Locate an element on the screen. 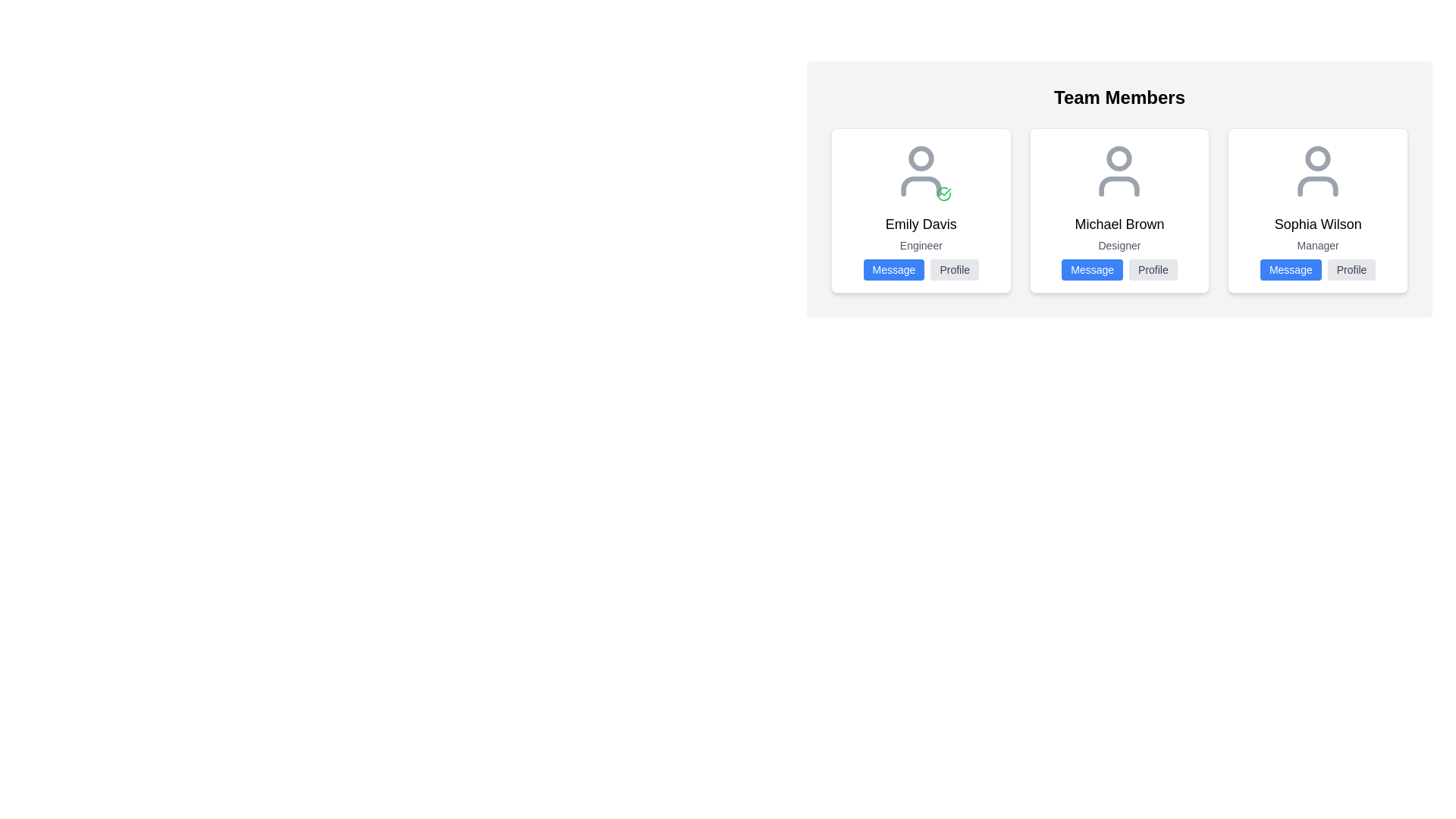 This screenshot has width=1456, height=819. the 'Message' button with bold white text and a blue background, located in the bottom section of the card for 'Sophia Wilson' is located at coordinates (1290, 268).